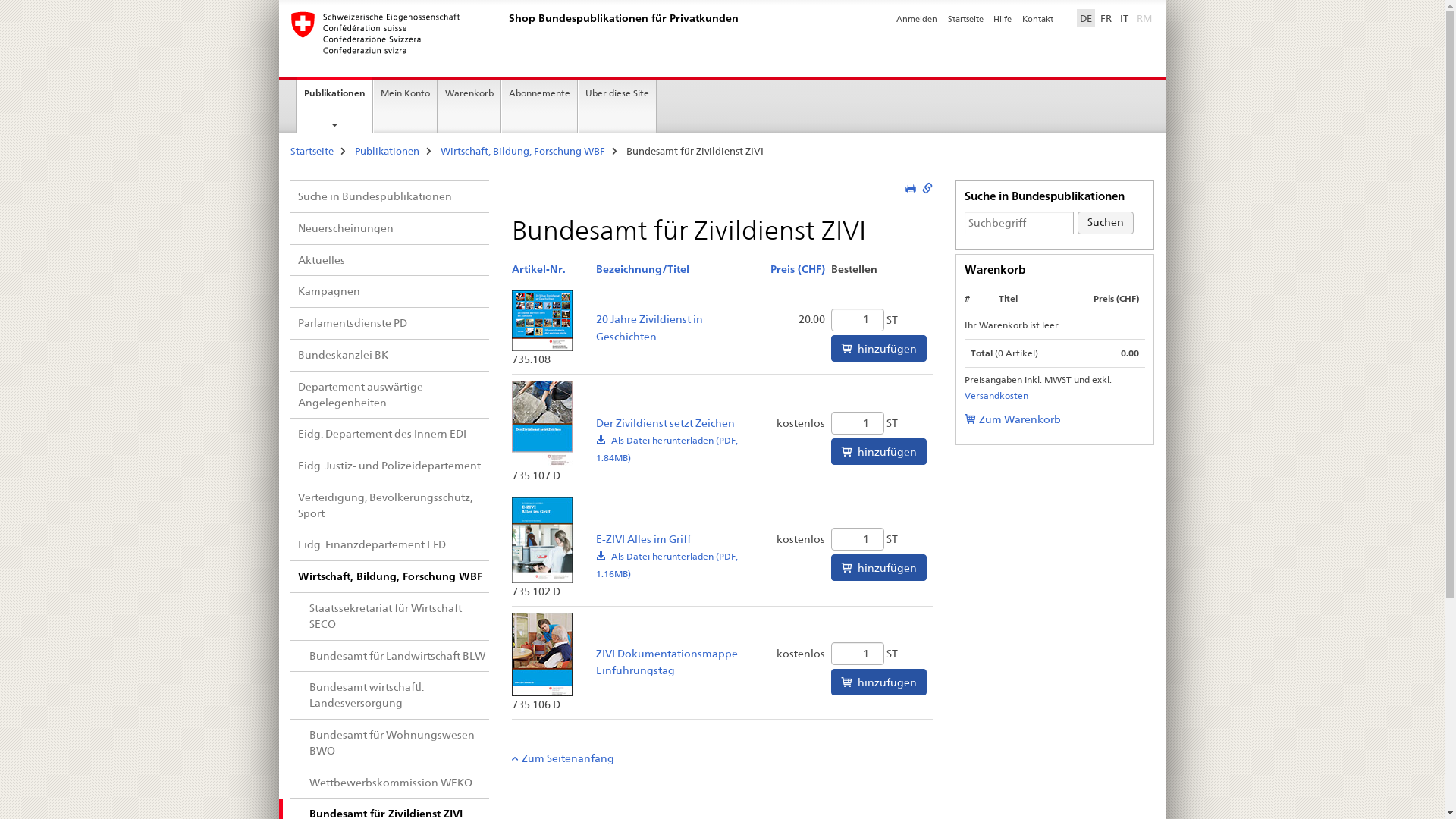 The width and height of the screenshot is (1456, 819). What do you see at coordinates (539, 106) in the screenshot?
I see `'Abonnemente'` at bounding box center [539, 106].